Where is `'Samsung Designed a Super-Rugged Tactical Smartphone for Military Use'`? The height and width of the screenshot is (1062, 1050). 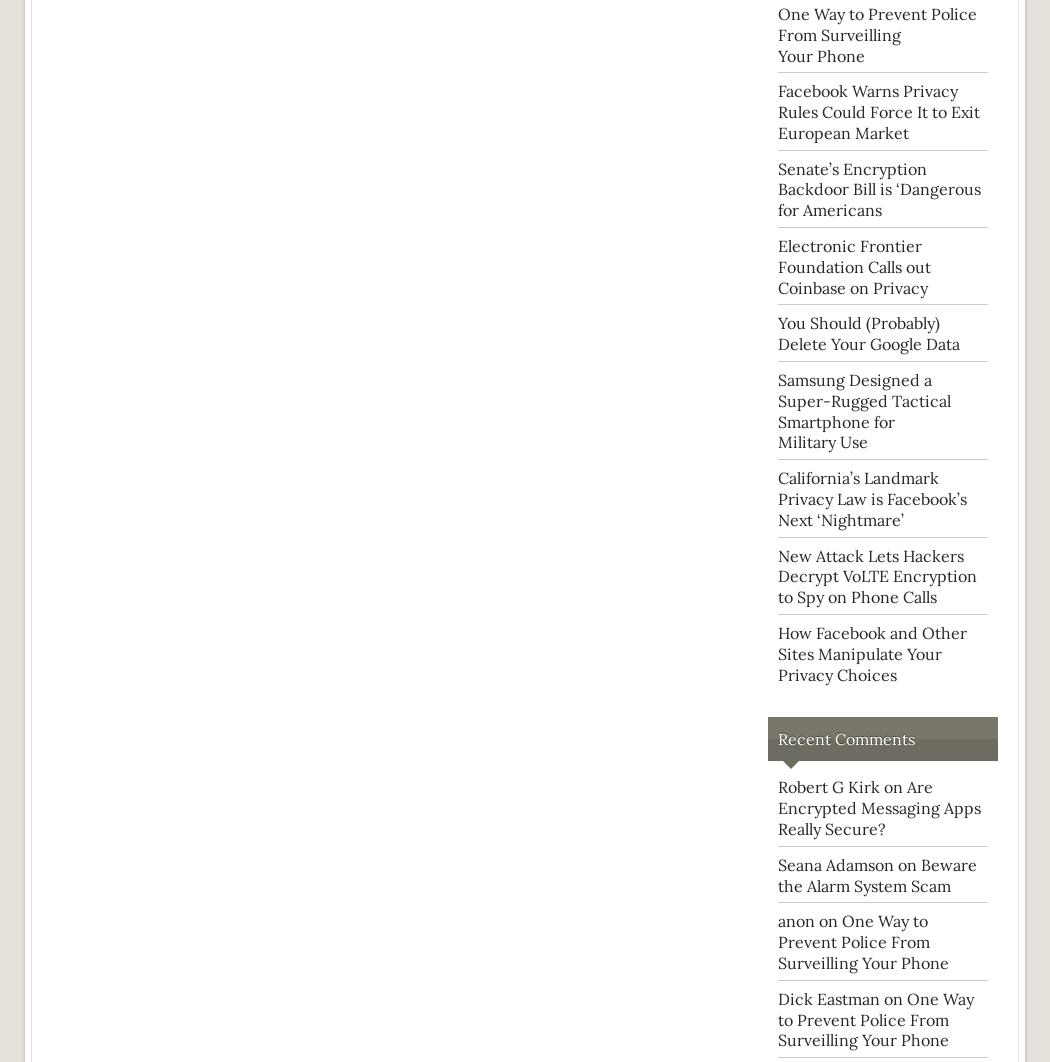
'Samsung Designed a Super-Rugged Tactical Smartphone for Military Use' is located at coordinates (778, 409).